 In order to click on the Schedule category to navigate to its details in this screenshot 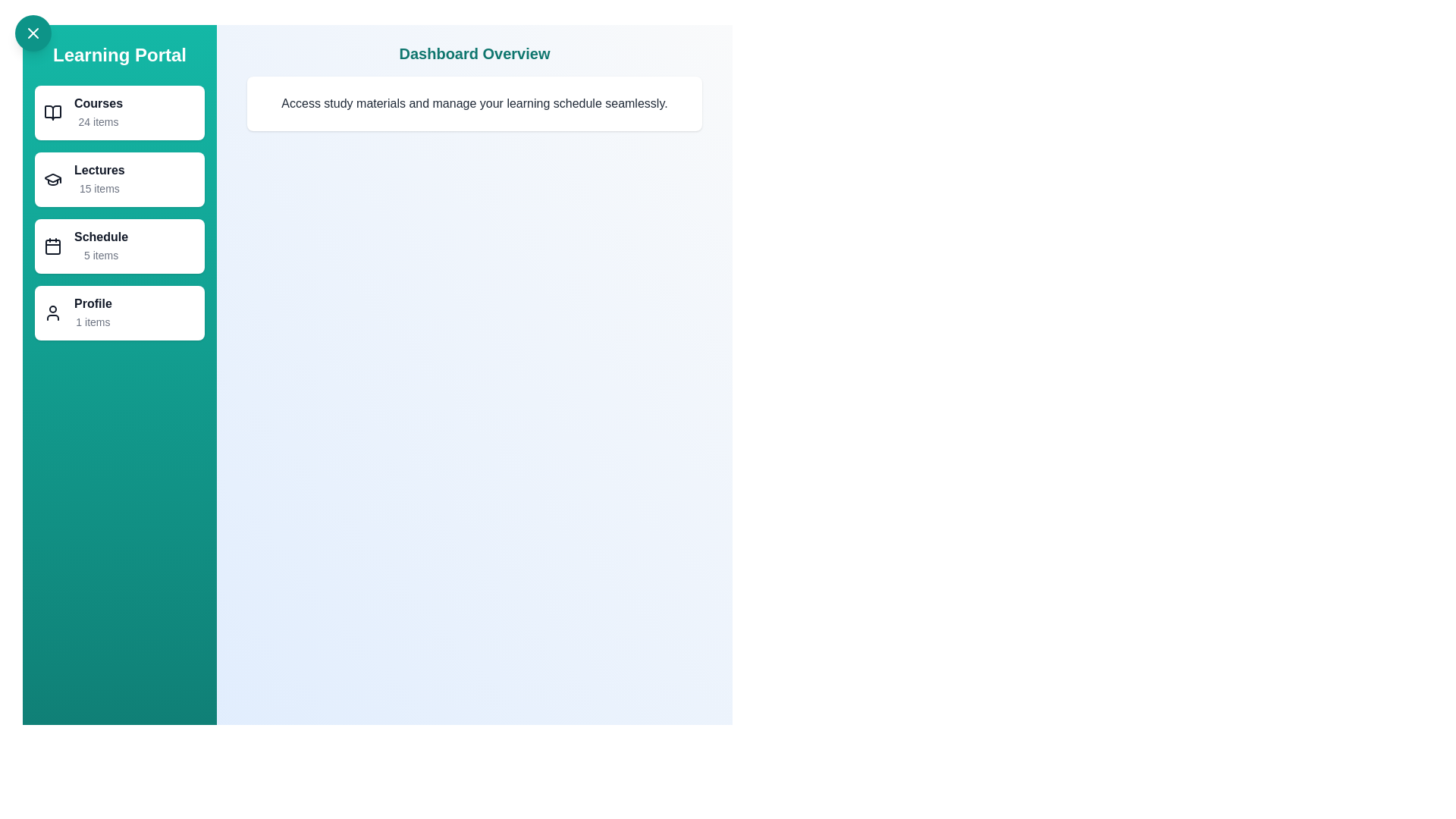, I will do `click(119, 245)`.